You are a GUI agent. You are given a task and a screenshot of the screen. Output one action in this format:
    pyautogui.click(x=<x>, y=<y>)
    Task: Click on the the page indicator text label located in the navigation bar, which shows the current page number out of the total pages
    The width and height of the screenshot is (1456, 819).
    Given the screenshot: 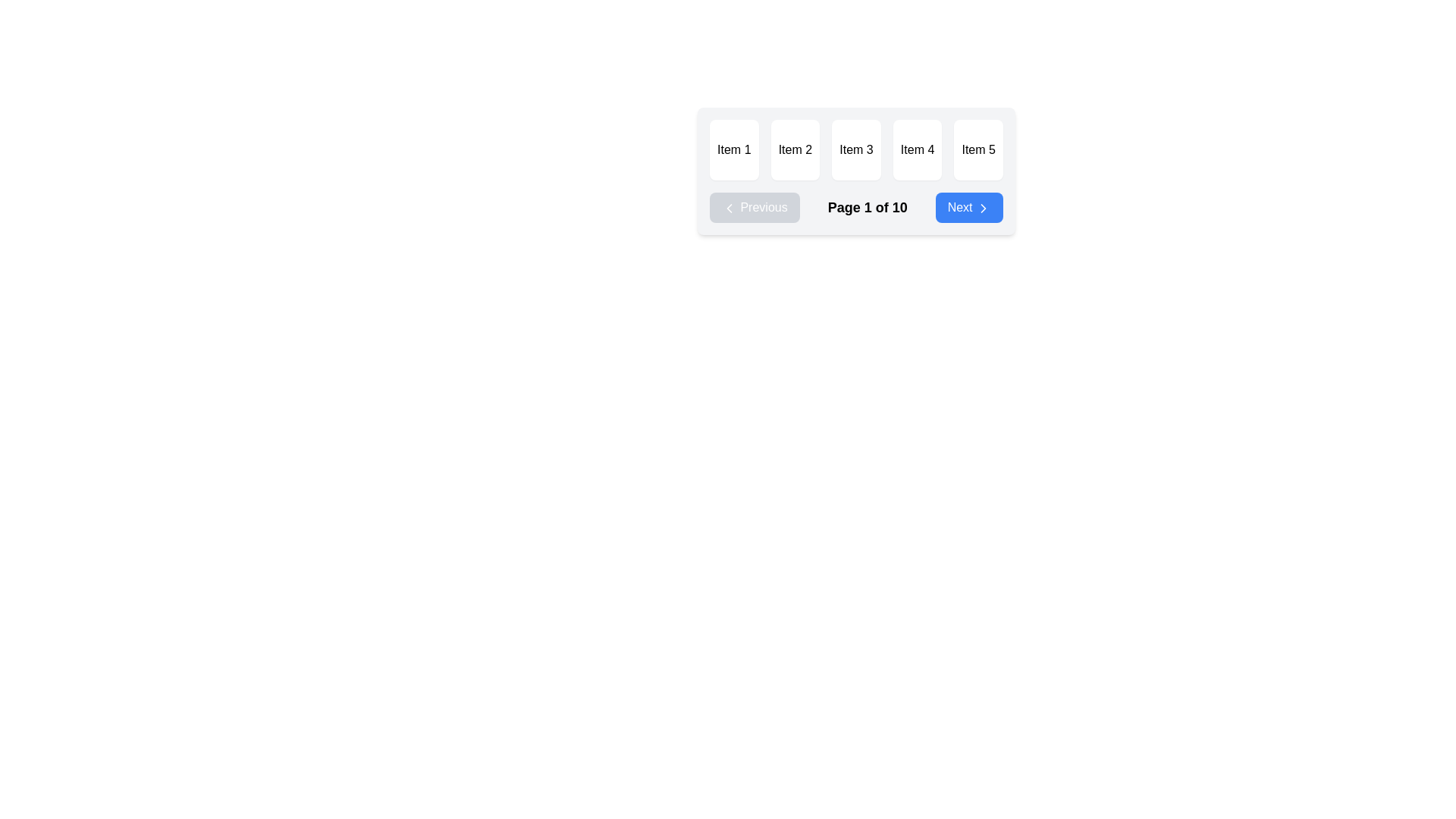 What is the action you would take?
    pyautogui.click(x=868, y=207)
    